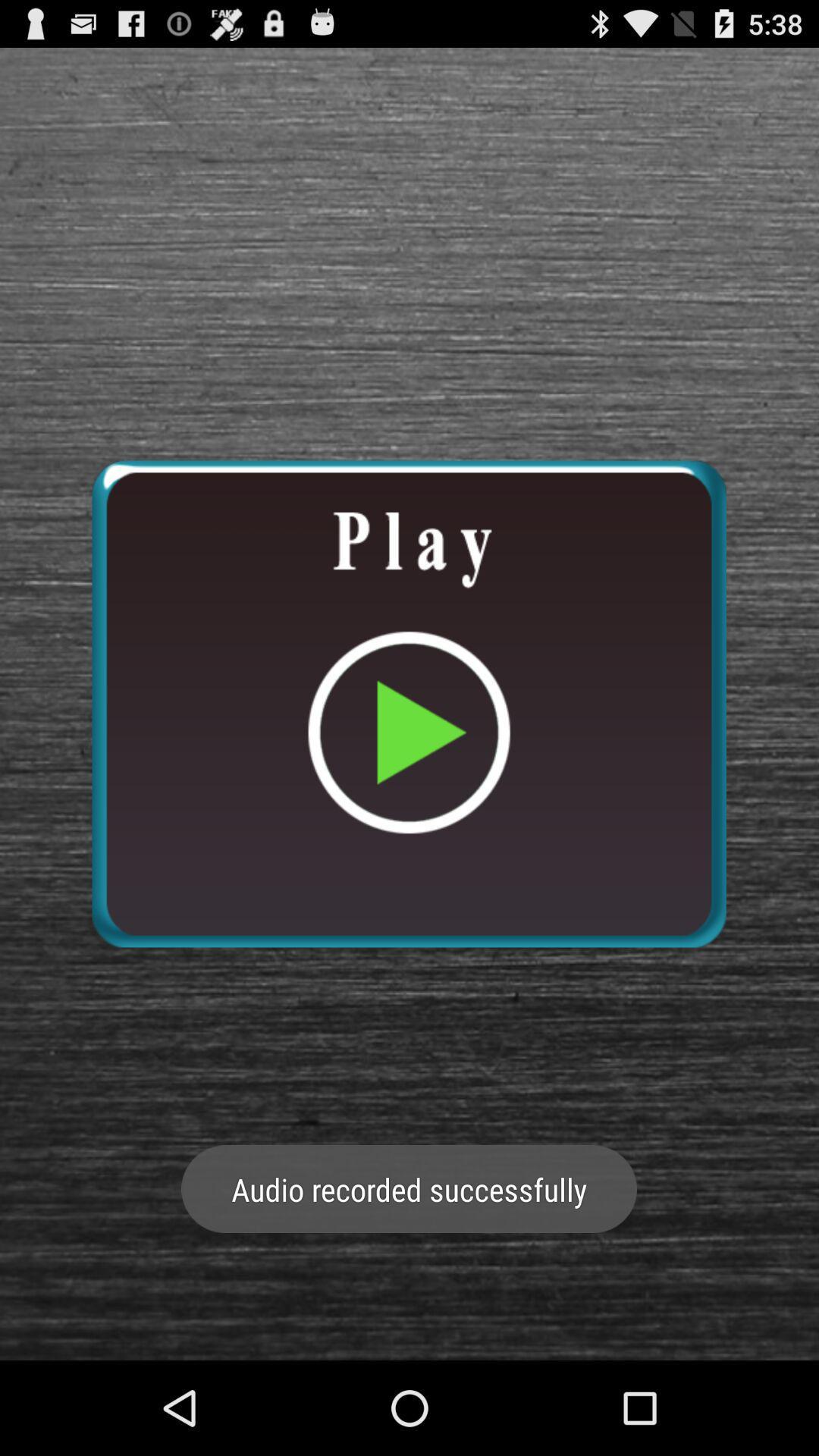 The image size is (819, 1456). Describe the element at coordinates (408, 703) in the screenshot. I see `the audio` at that location.